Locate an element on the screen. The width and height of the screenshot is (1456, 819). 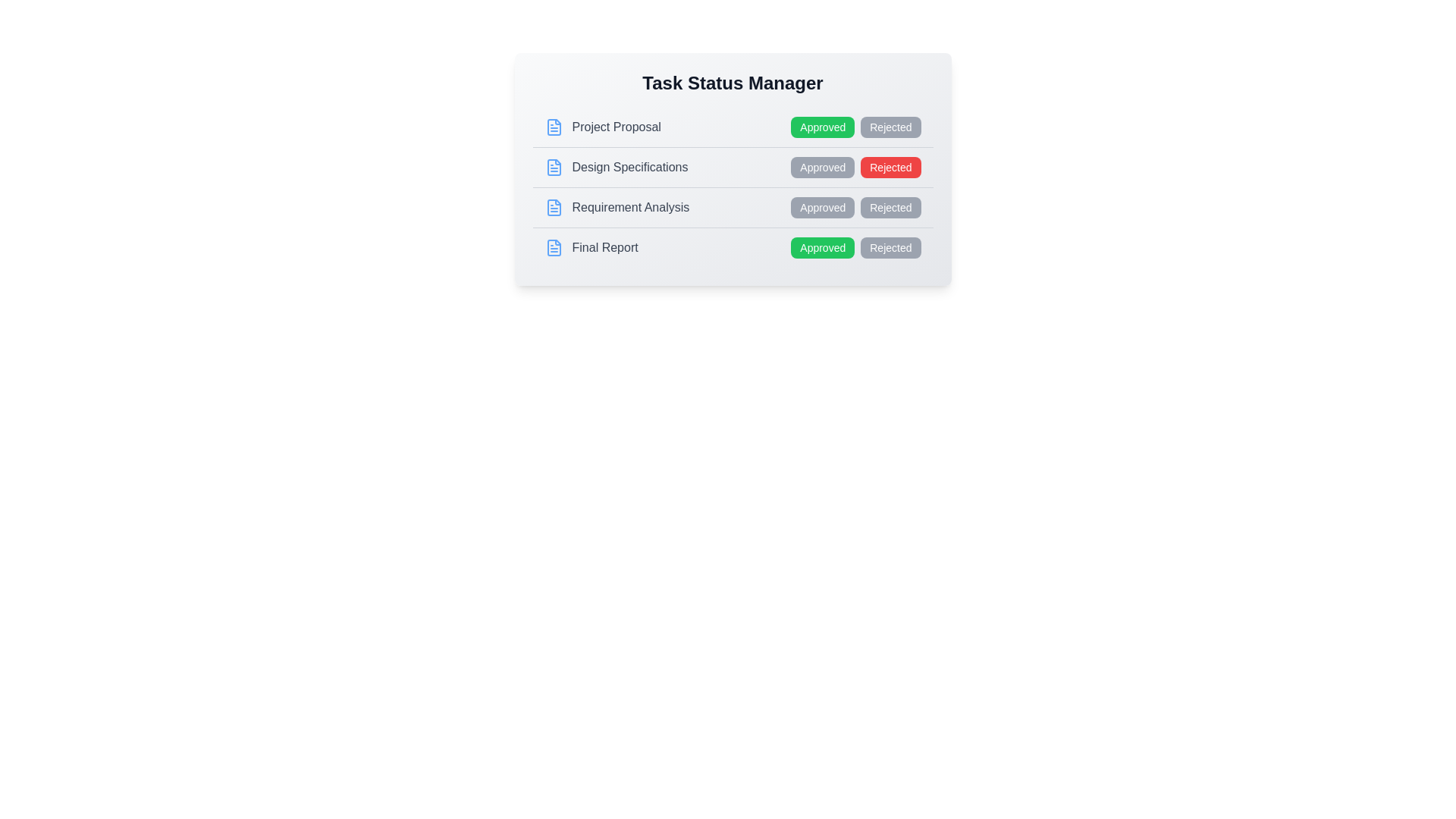
'Rejected' button for the 'Requirement Analysis' item is located at coordinates (890, 207).